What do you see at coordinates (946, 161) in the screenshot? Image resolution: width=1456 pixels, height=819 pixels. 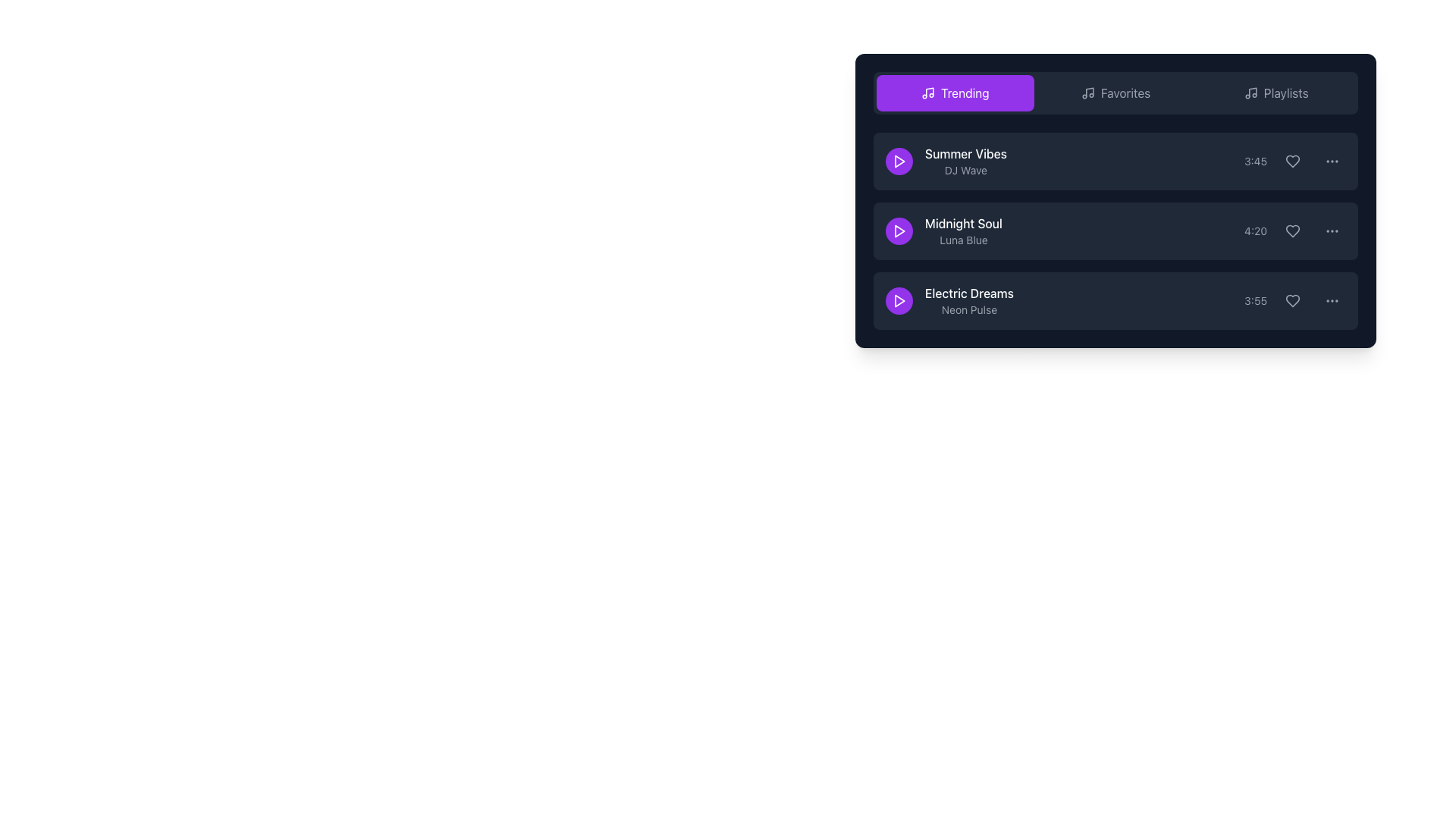 I see `on the informational text block displaying 'Summer Vibes' and 'DJ Wave'` at bounding box center [946, 161].